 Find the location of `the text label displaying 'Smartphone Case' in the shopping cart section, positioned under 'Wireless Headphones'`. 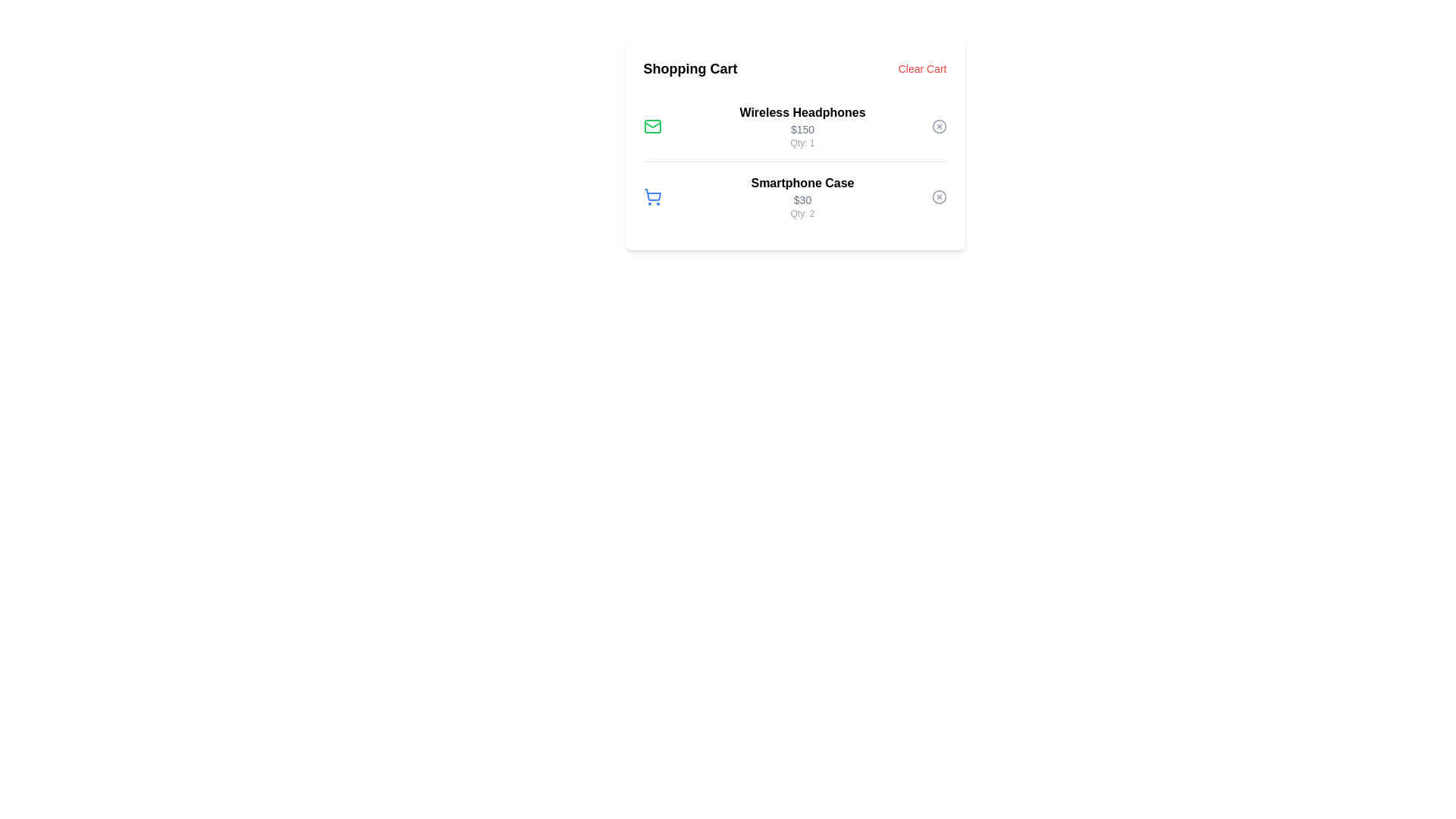

the text label displaying 'Smartphone Case' in the shopping cart section, positioned under 'Wireless Headphones' is located at coordinates (802, 183).